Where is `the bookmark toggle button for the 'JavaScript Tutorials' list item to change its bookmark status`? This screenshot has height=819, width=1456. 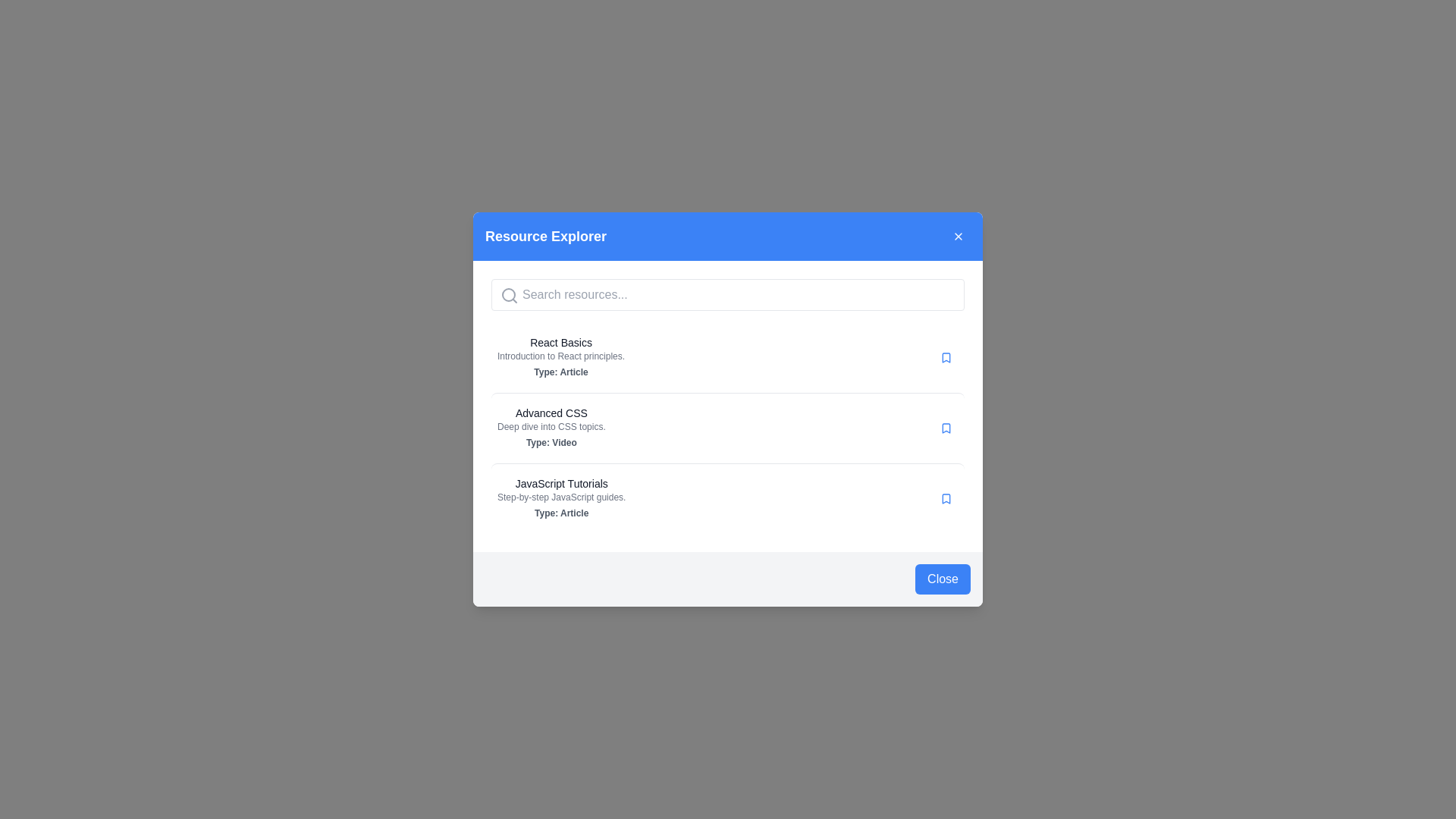
the bookmark toggle button for the 'JavaScript Tutorials' list item to change its bookmark status is located at coordinates (946, 499).